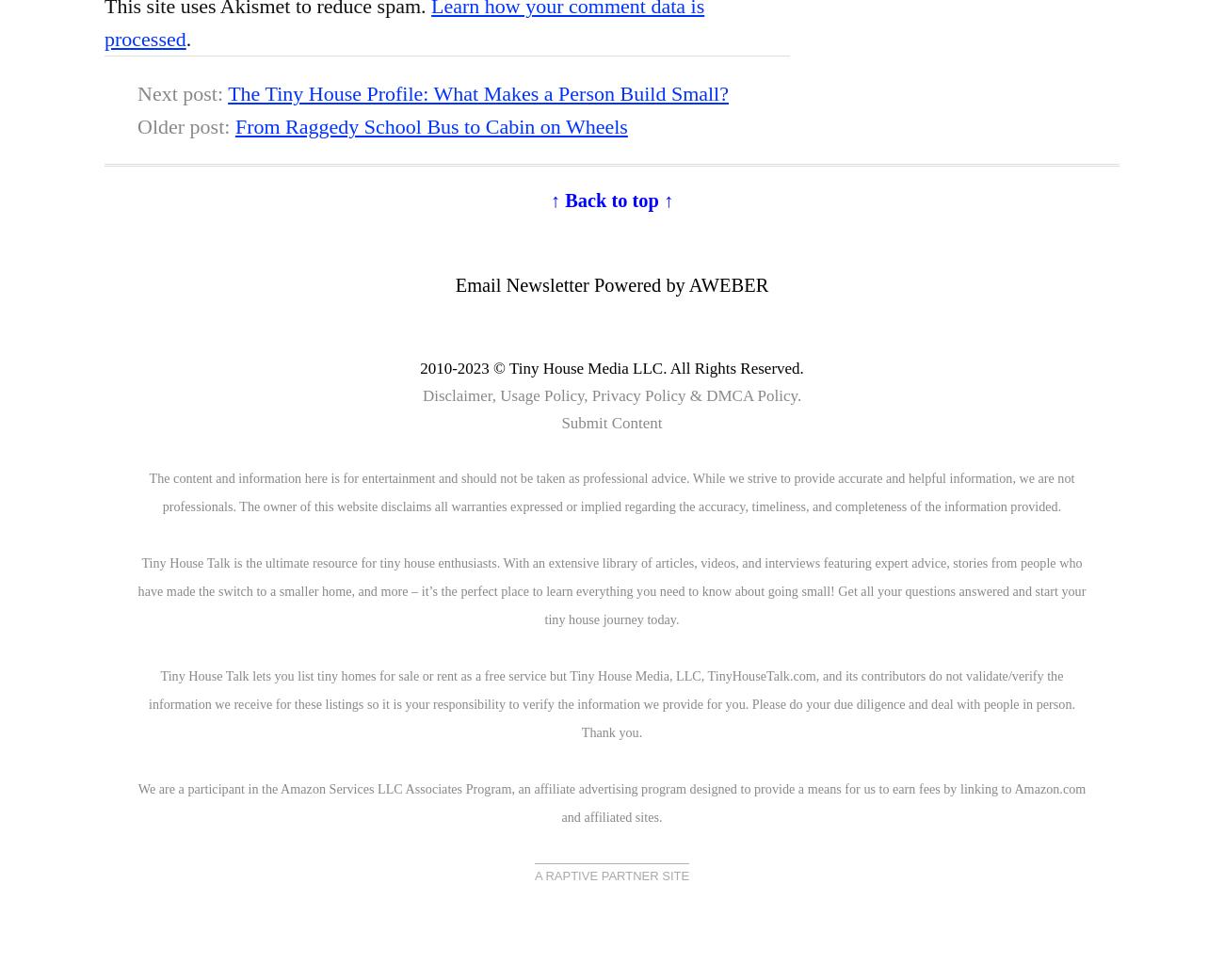 The height and width of the screenshot is (980, 1224). What do you see at coordinates (611, 199) in the screenshot?
I see `'↑ Back to top ↑'` at bounding box center [611, 199].